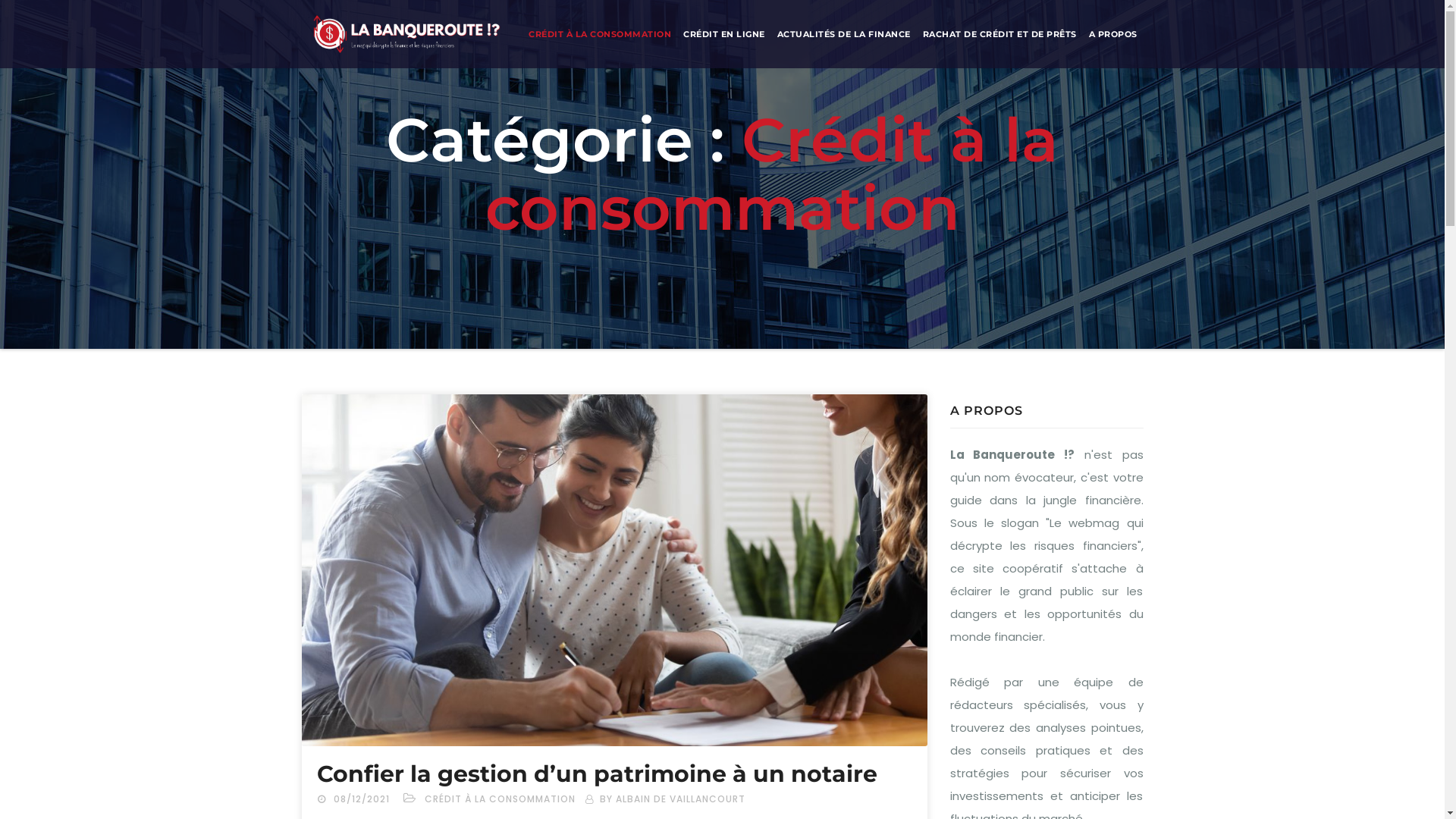 This screenshot has height=819, width=1456. Describe the element at coordinates (582, 798) in the screenshot. I see `'BY ALBAIN DE VAILLANCOURT'` at that location.